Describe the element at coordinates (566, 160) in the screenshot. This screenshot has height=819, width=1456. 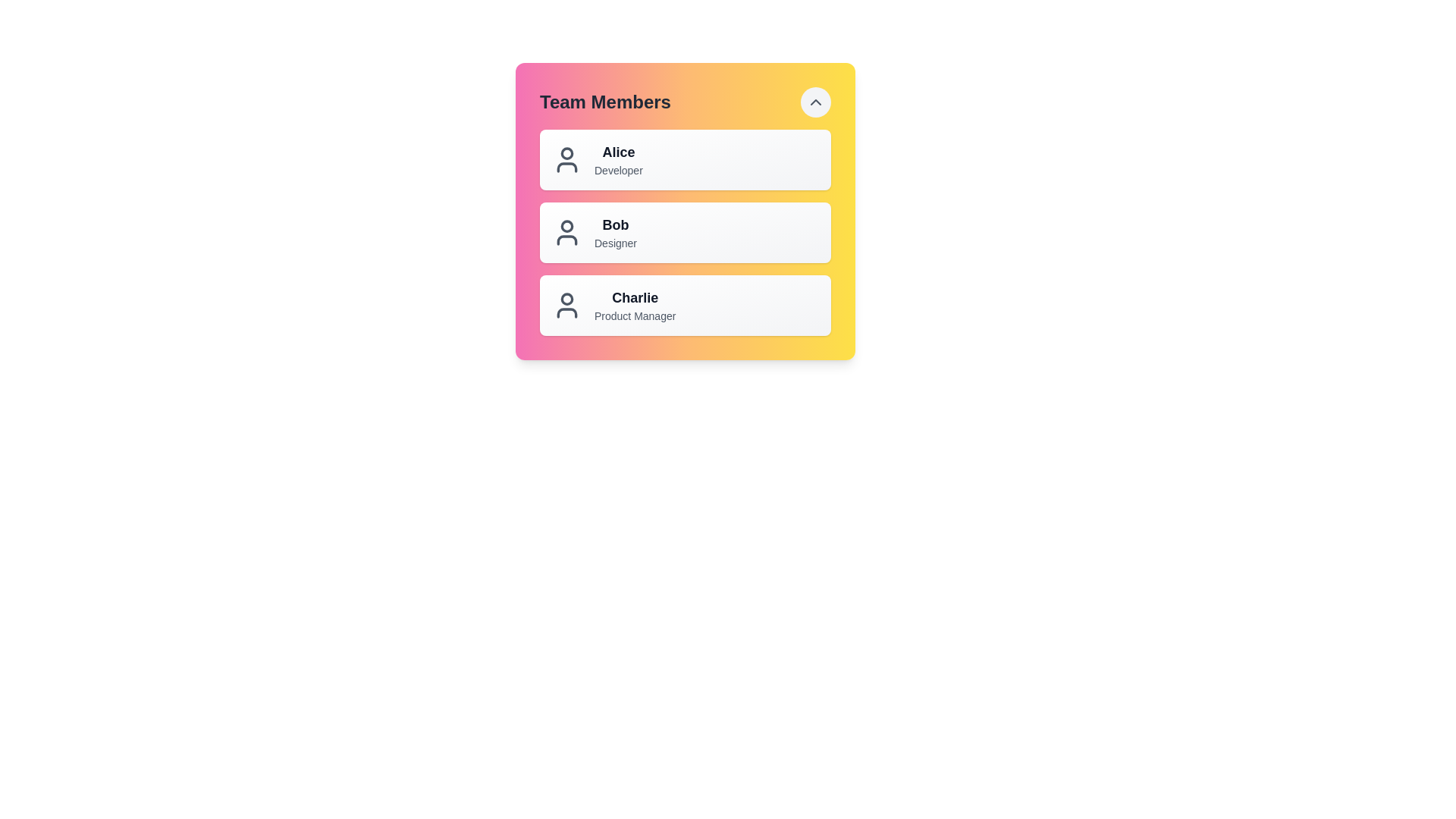
I see `the icon next to Alice's name` at that location.